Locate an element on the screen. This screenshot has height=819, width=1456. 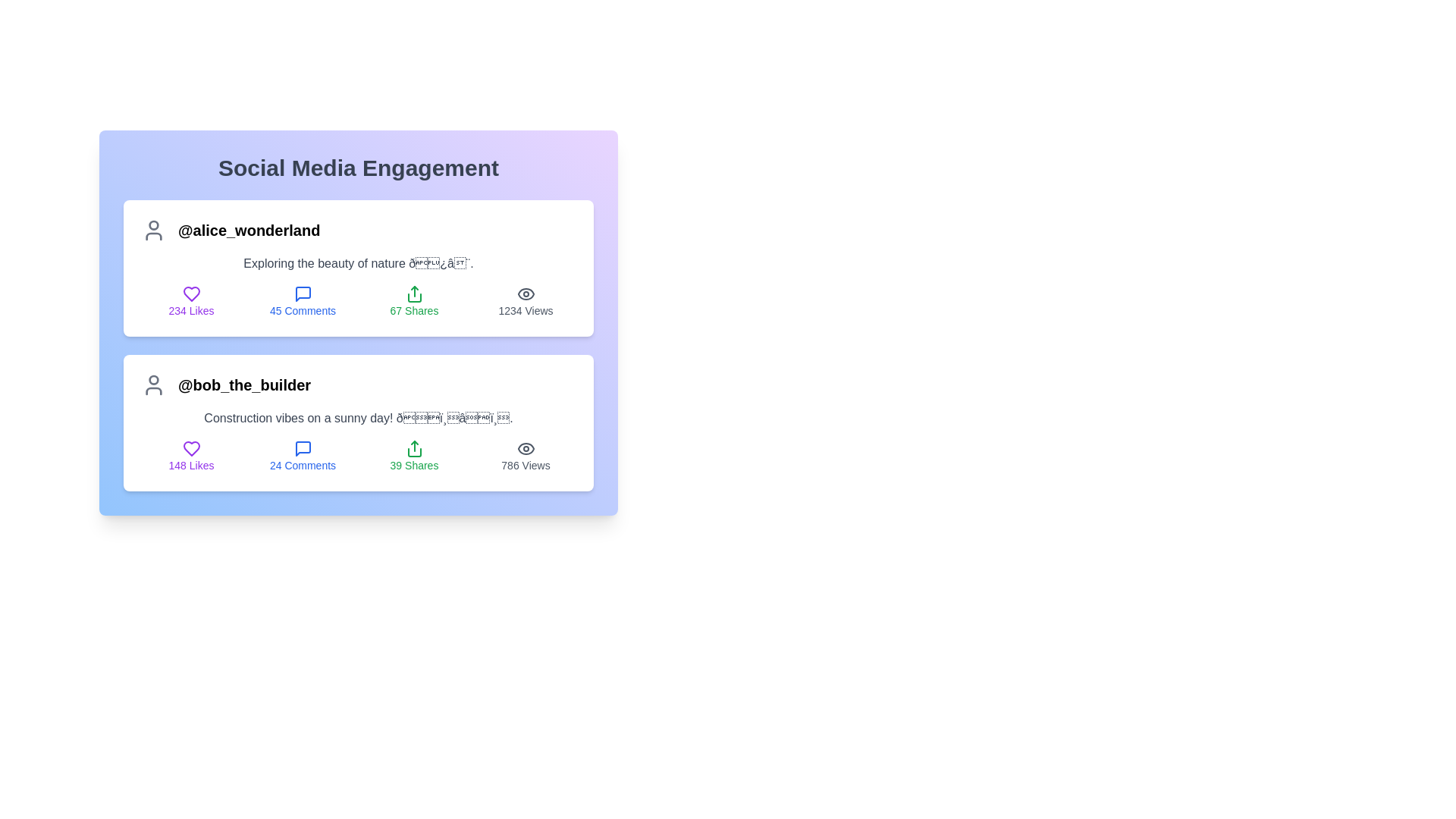
the 'like' icon located within the engagement statistics panel for user '@bob_the_builder', positioned to the left of the 'Likes' count indicator is located at coordinates (190, 447).